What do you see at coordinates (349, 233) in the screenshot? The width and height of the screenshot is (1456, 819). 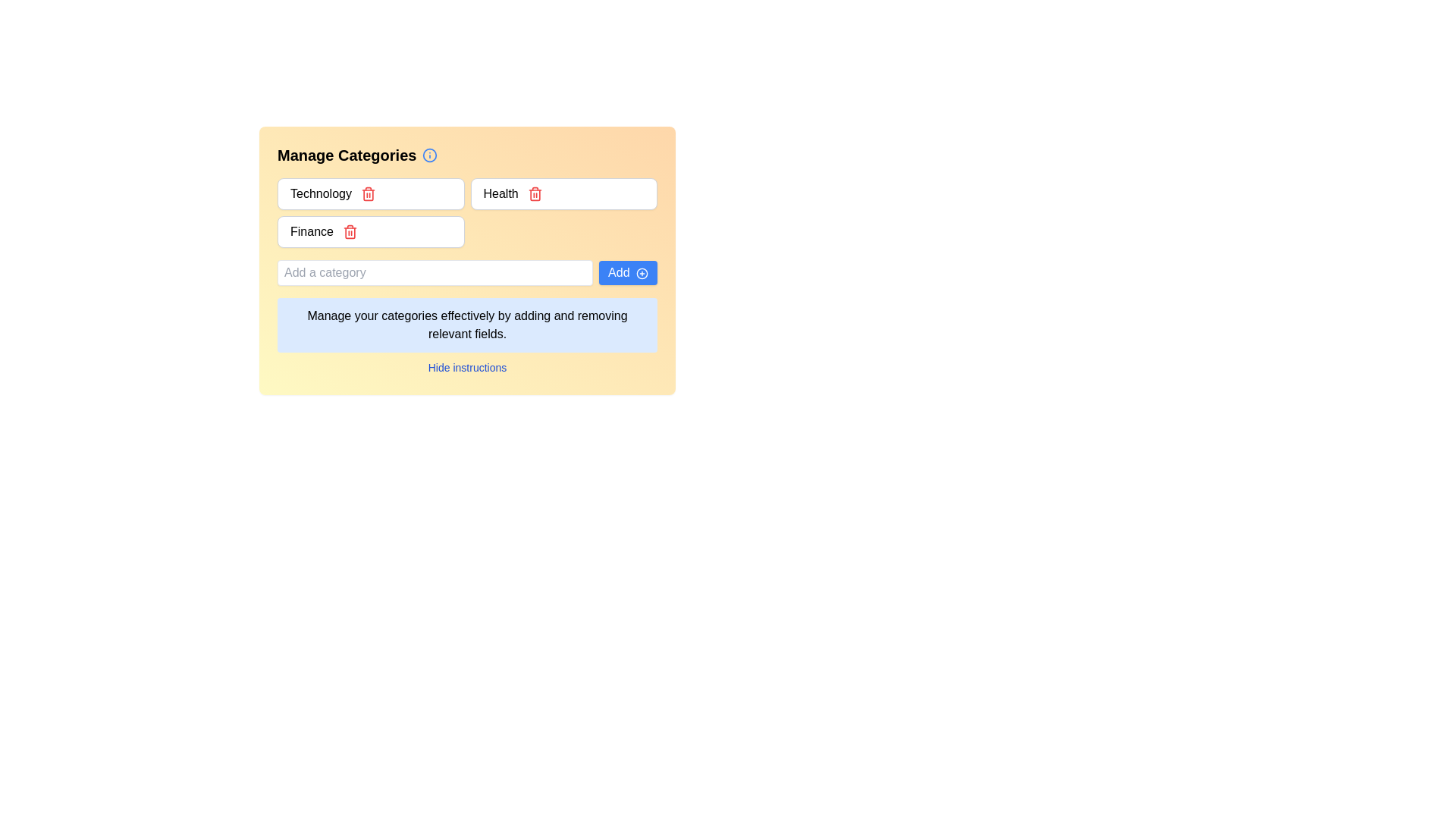 I see `the central part of the trash can icon representing the delete function related to the 'Finance' category` at bounding box center [349, 233].